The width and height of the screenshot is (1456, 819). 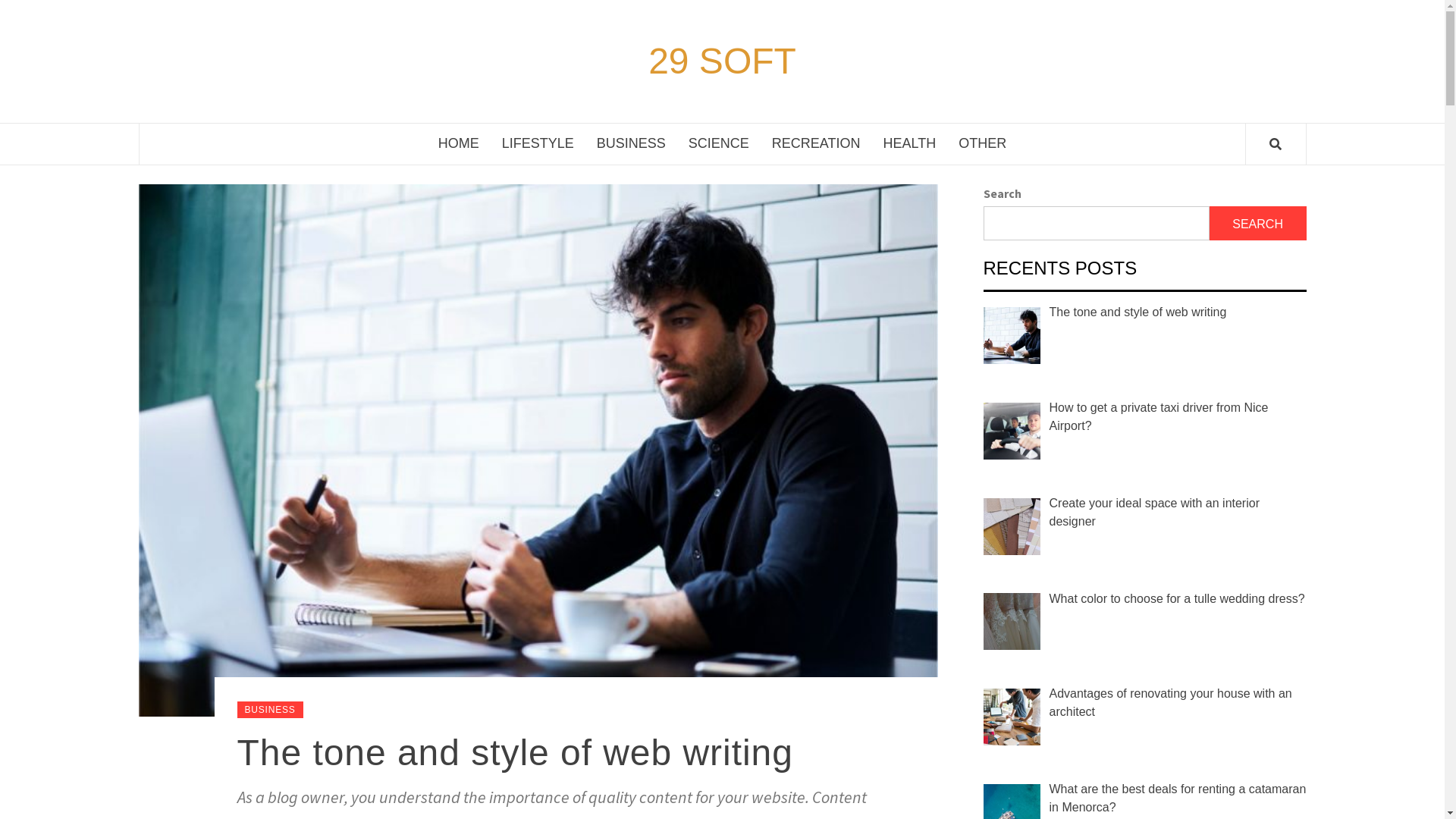 I want to click on 'OTHER', so click(x=946, y=143).